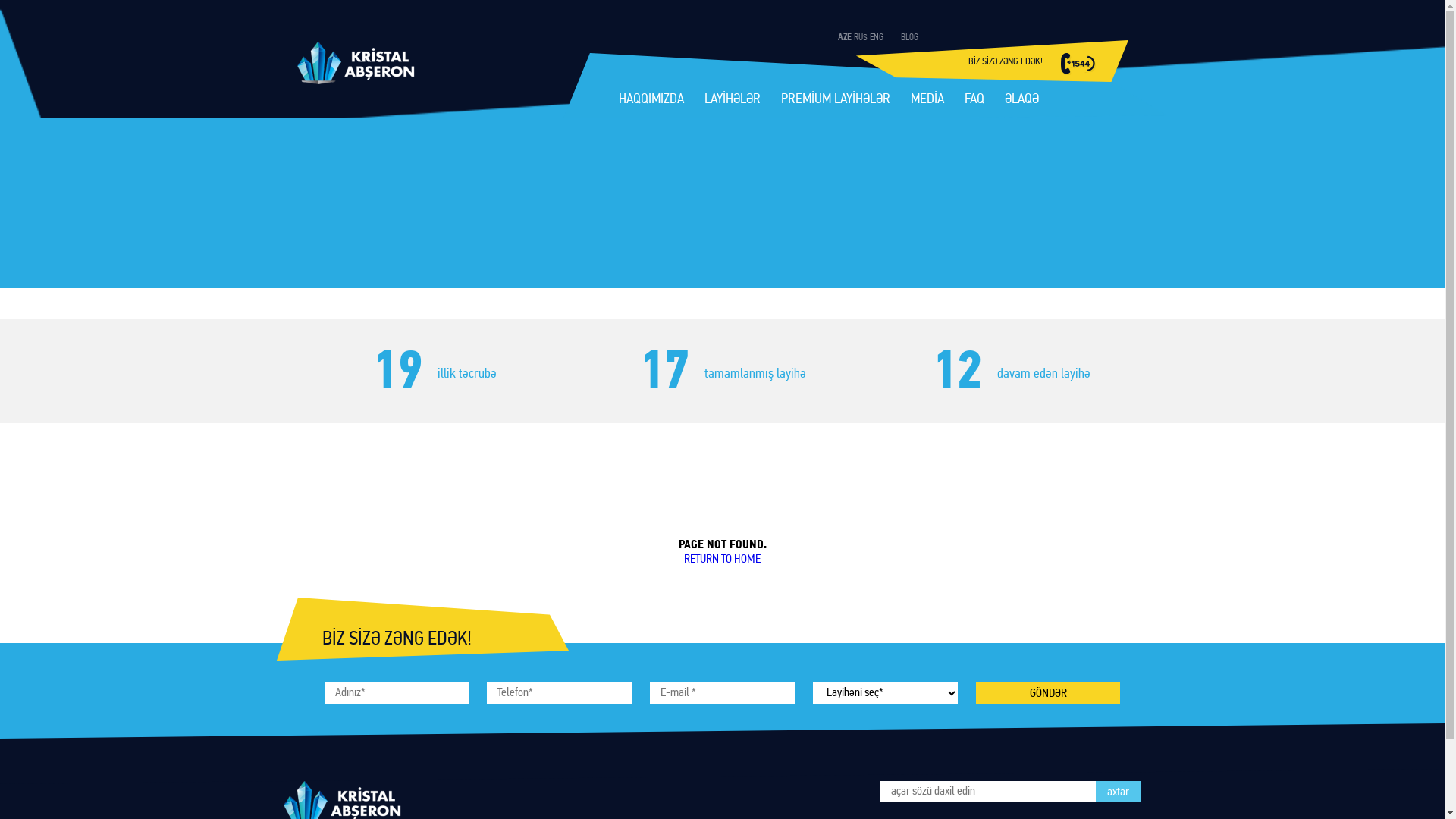 The image size is (1456, 819). Describe the element at coordinates (974, 101) in the screenshot. I see `'FAQ'` at that location.